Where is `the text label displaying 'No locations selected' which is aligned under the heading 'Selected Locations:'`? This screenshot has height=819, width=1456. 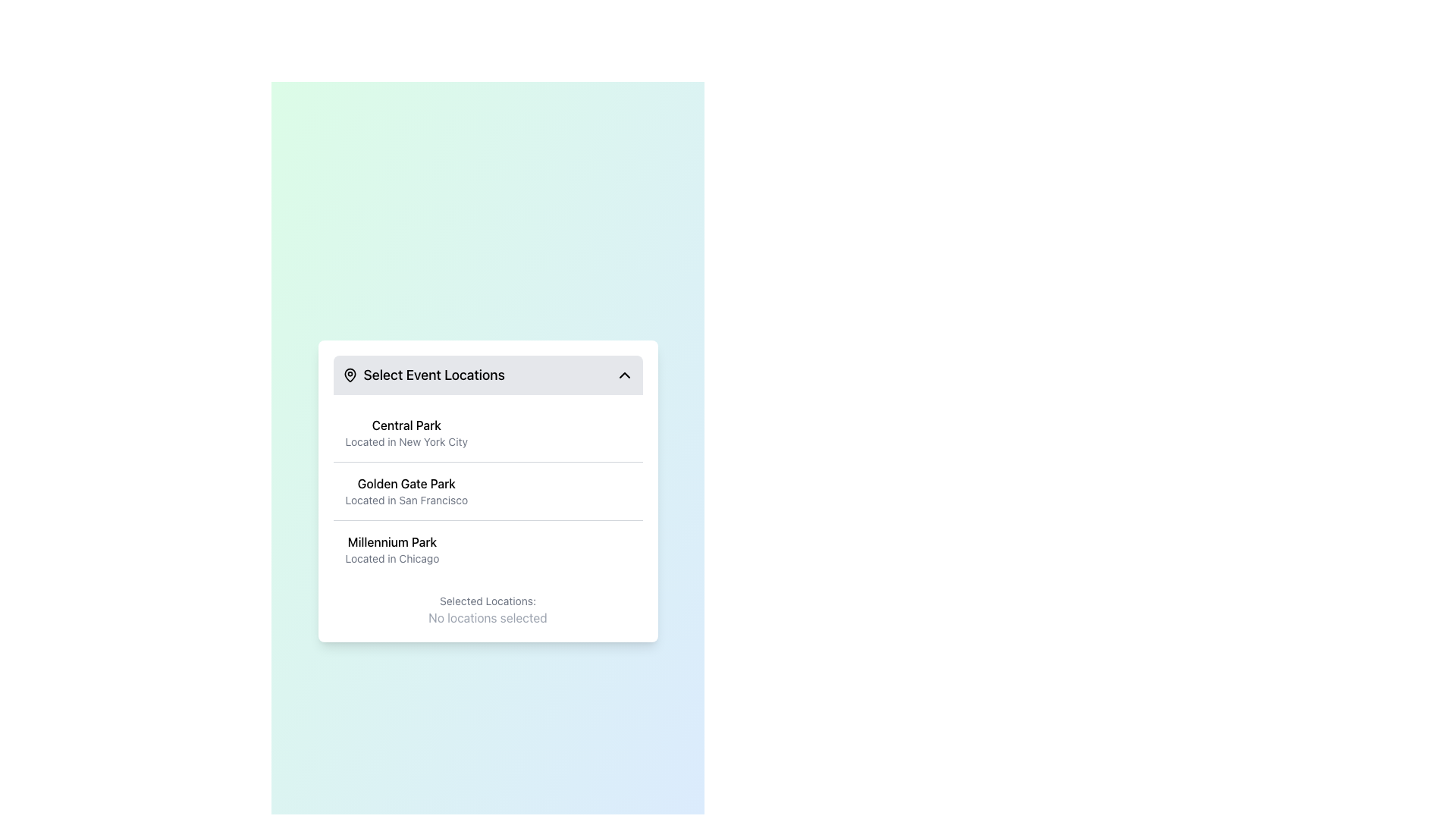 the text label displaying 'No locations selected' which is aligned under the heading 'Selected Locations:' is located at coordinates (488, 617).